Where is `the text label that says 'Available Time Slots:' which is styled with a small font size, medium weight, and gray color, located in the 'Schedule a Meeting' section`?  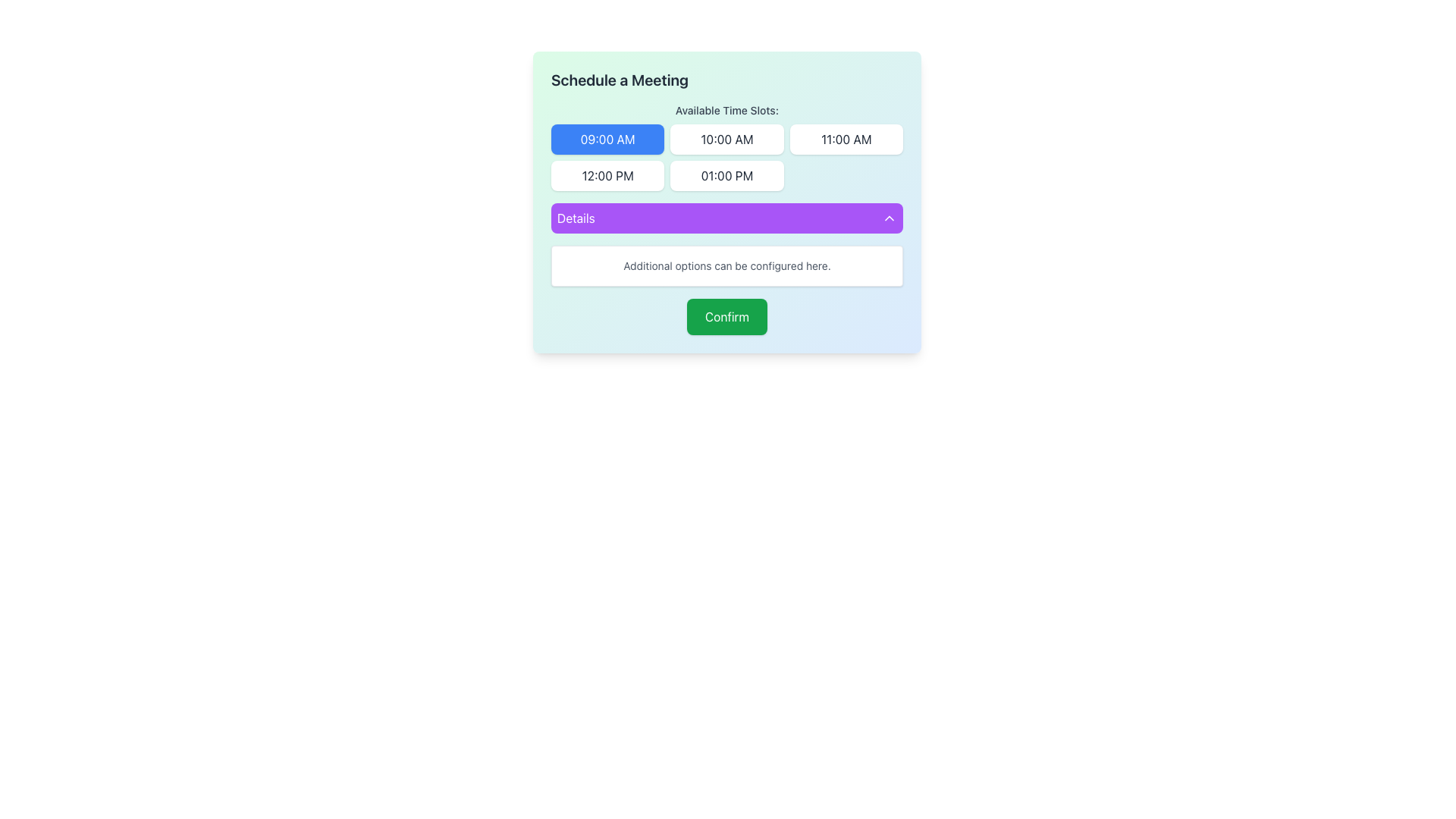 the text label that says 'Available Time Slots:' which is styled with a small font size, medium weight, and gray color, located in the 'Schedule a Meeting' section is located at coordinates (726, 110).